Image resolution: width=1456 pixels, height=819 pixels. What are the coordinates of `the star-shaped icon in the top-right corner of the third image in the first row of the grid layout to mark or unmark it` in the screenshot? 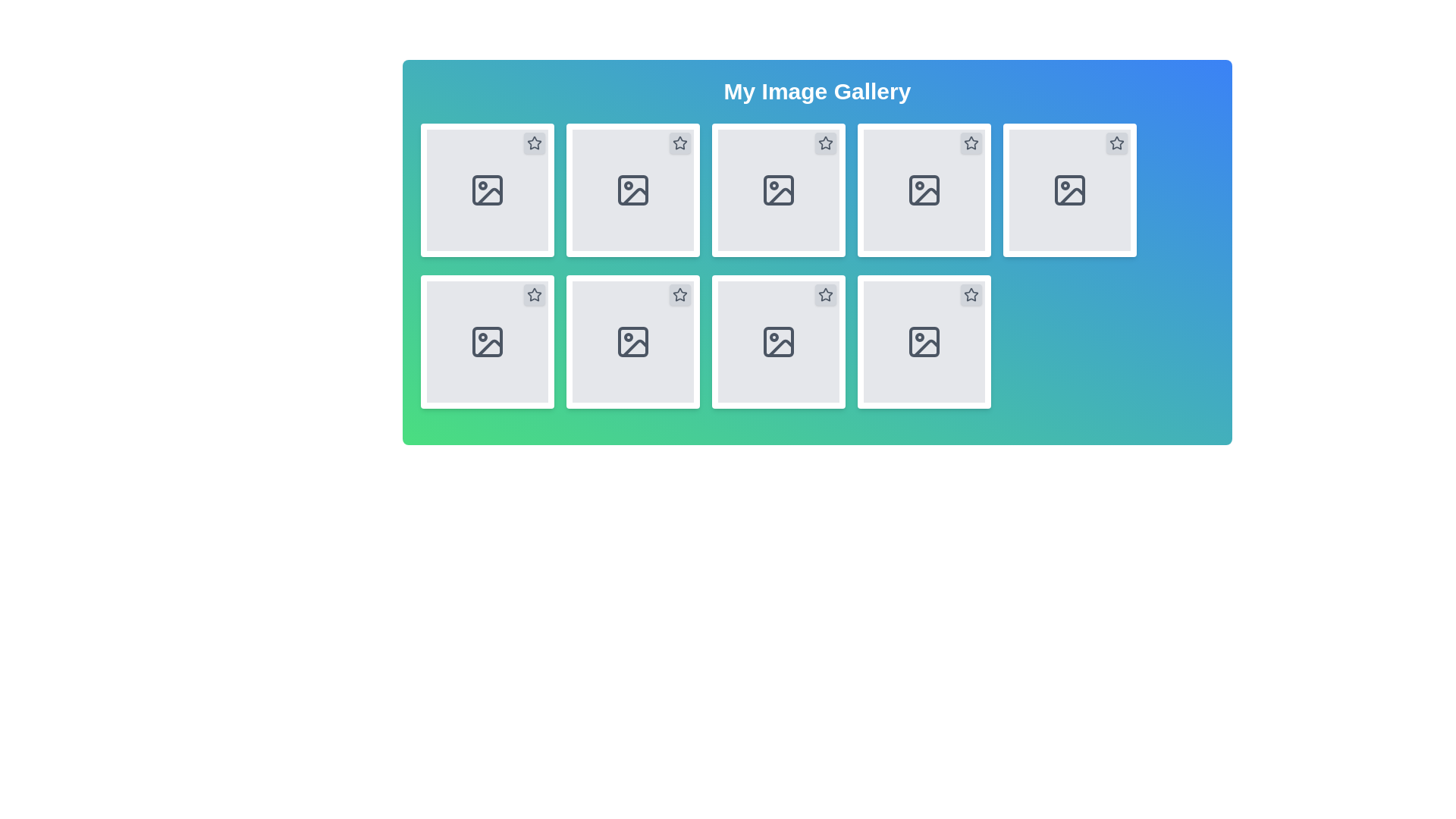 It's located at (825, 143).